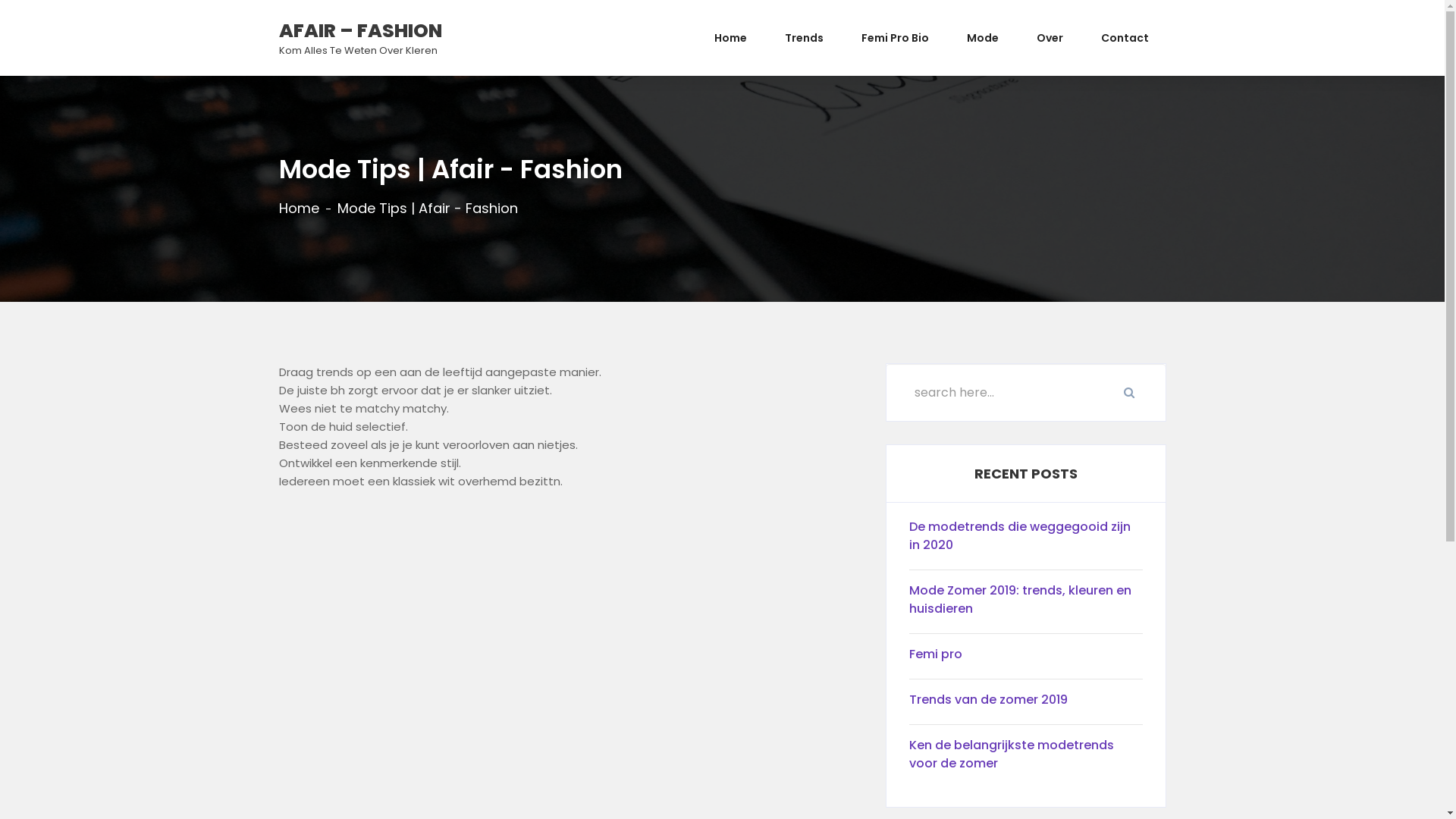 The height and width of the screenshot is (819, 1456). What do you see at coordinates (1049, 37) in the screenshot?
I see `'Over'` at bounding box center [1049, 37].